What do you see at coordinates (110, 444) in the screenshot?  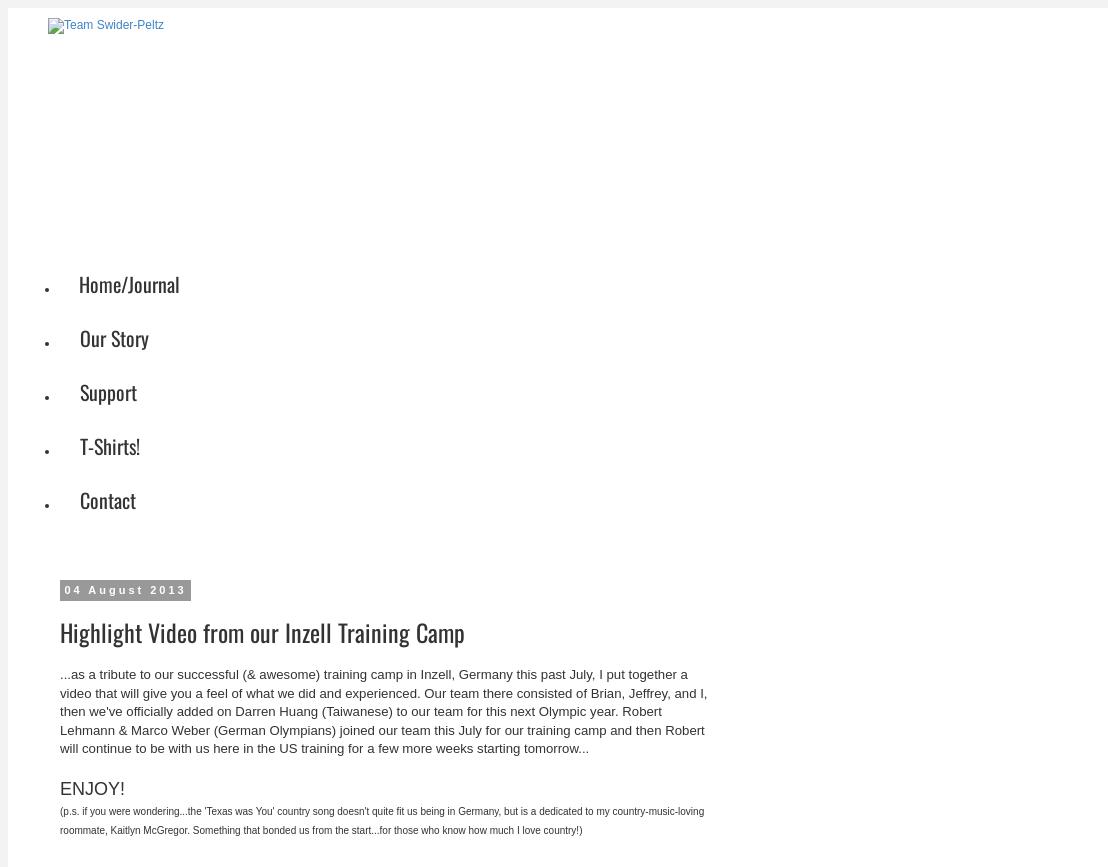 I see `'T-Shirts!'` at bounding box center [110, 444].